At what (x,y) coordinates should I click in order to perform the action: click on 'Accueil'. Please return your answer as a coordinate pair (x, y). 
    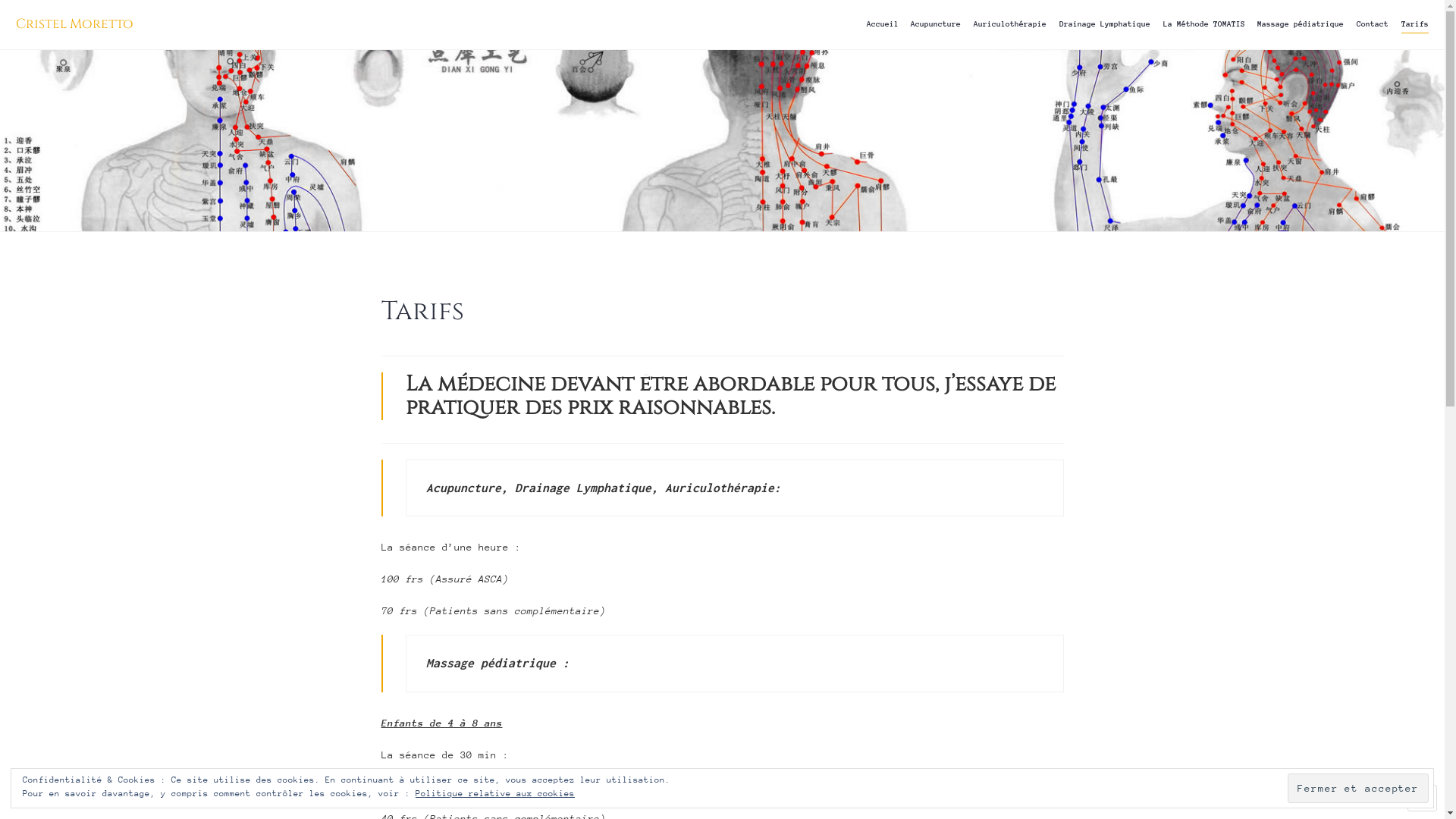
    Looking at the image, I should click on (882, 24).